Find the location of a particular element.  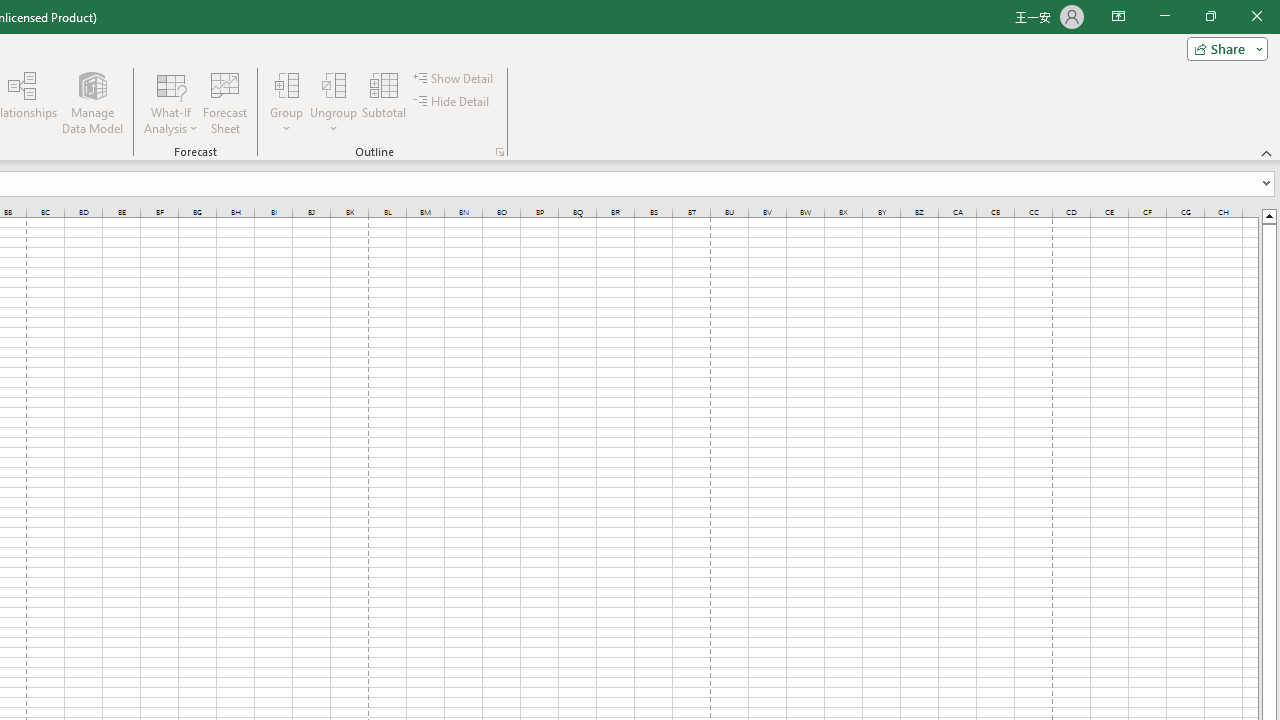

'Forecast Sheet' is located at coordinates (225, 103).